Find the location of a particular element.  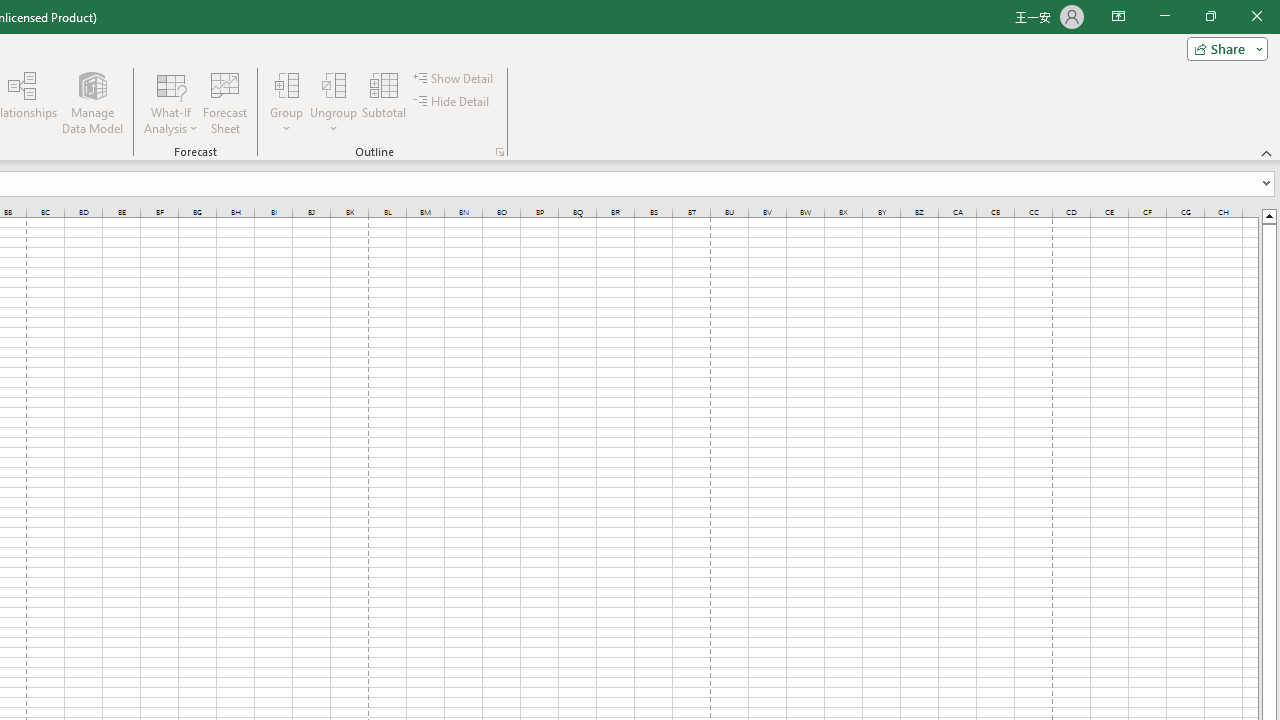

'Forecast Sheet' is located at coordinates (225, 103).